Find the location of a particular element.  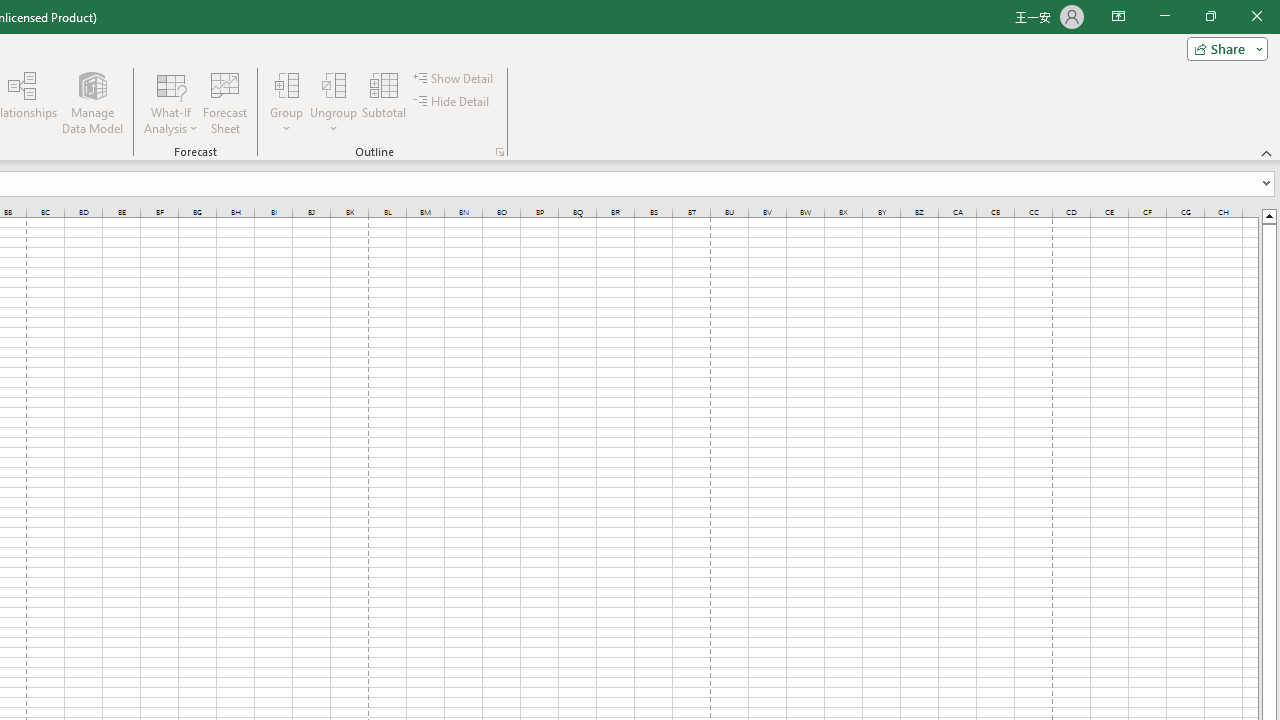

'Forecast Sheet' is located at coordinates (225, 103).